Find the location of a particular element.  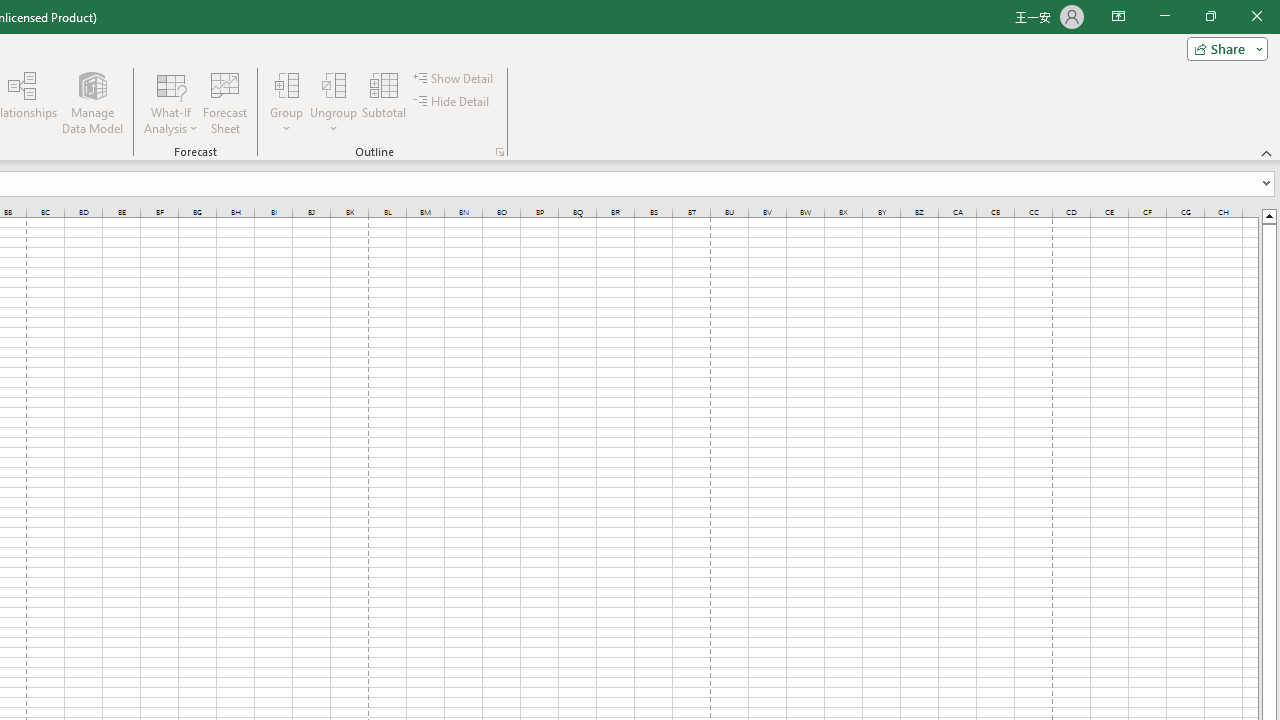

'Forecast Sheet' is located at coordinates (225, 103).